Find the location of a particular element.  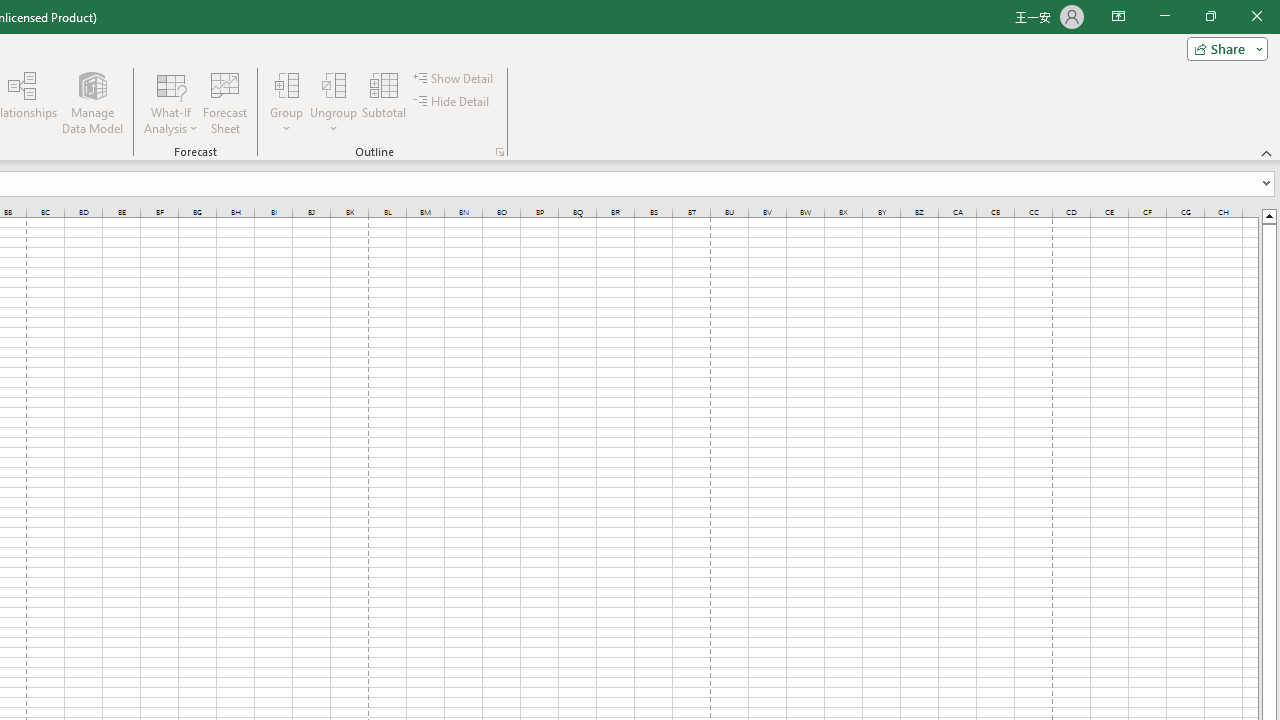

'Forecast Sheet' is located at coordinates (225, 103).